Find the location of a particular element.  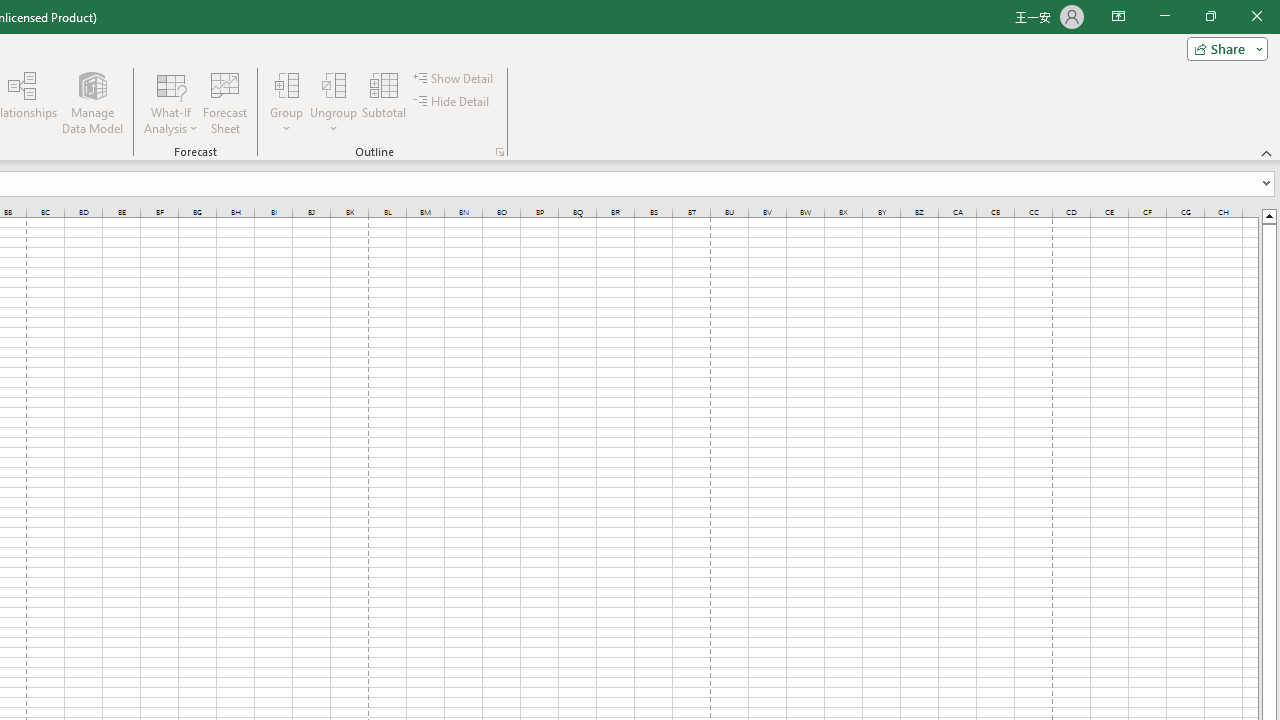

'Forecast Sheet' is located at coordinates (225, 103).